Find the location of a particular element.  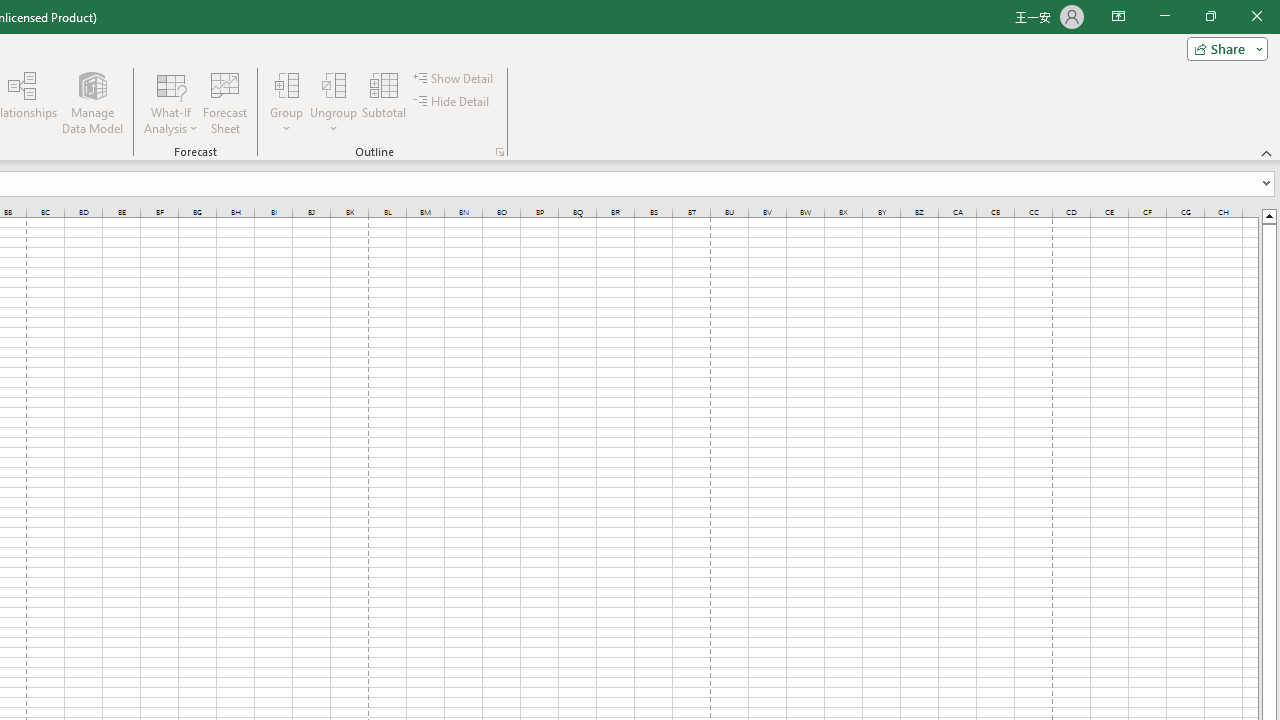

'Forecast Sheet' is located at coordinates (225, 103).